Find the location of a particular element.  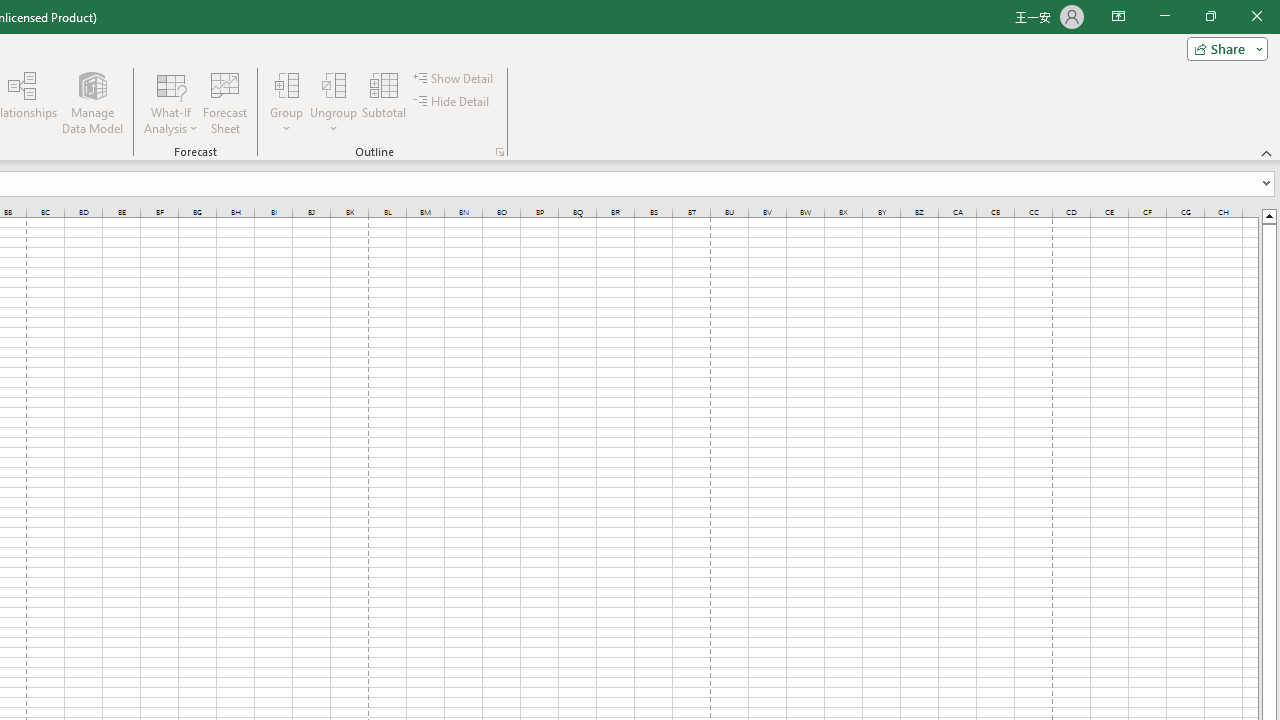

'Forecast Sheet' is located at coordinates (225, 103).